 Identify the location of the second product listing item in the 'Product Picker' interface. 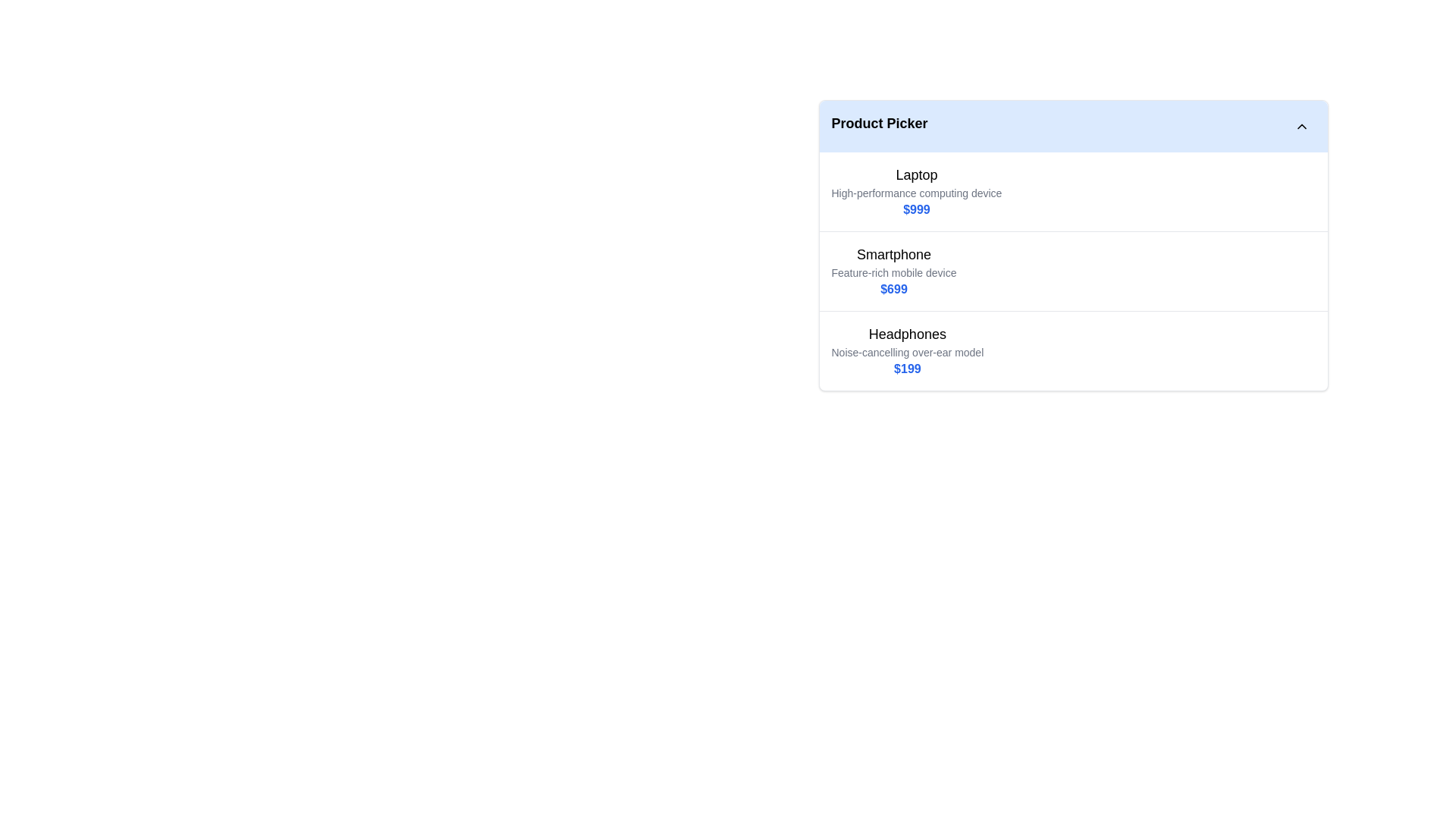
(1072, 270).